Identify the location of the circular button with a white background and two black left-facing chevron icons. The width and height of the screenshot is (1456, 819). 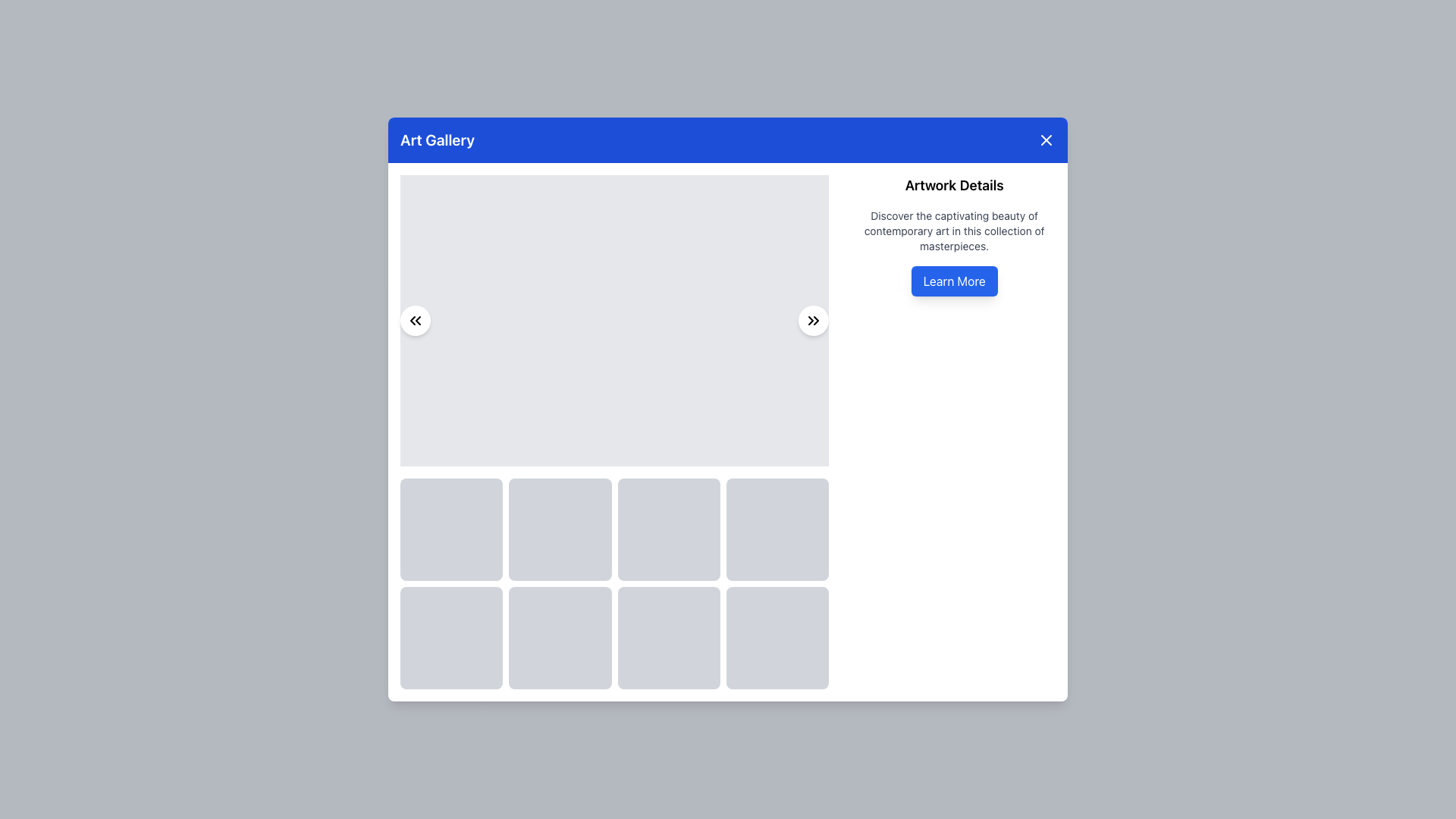
(415, 318).